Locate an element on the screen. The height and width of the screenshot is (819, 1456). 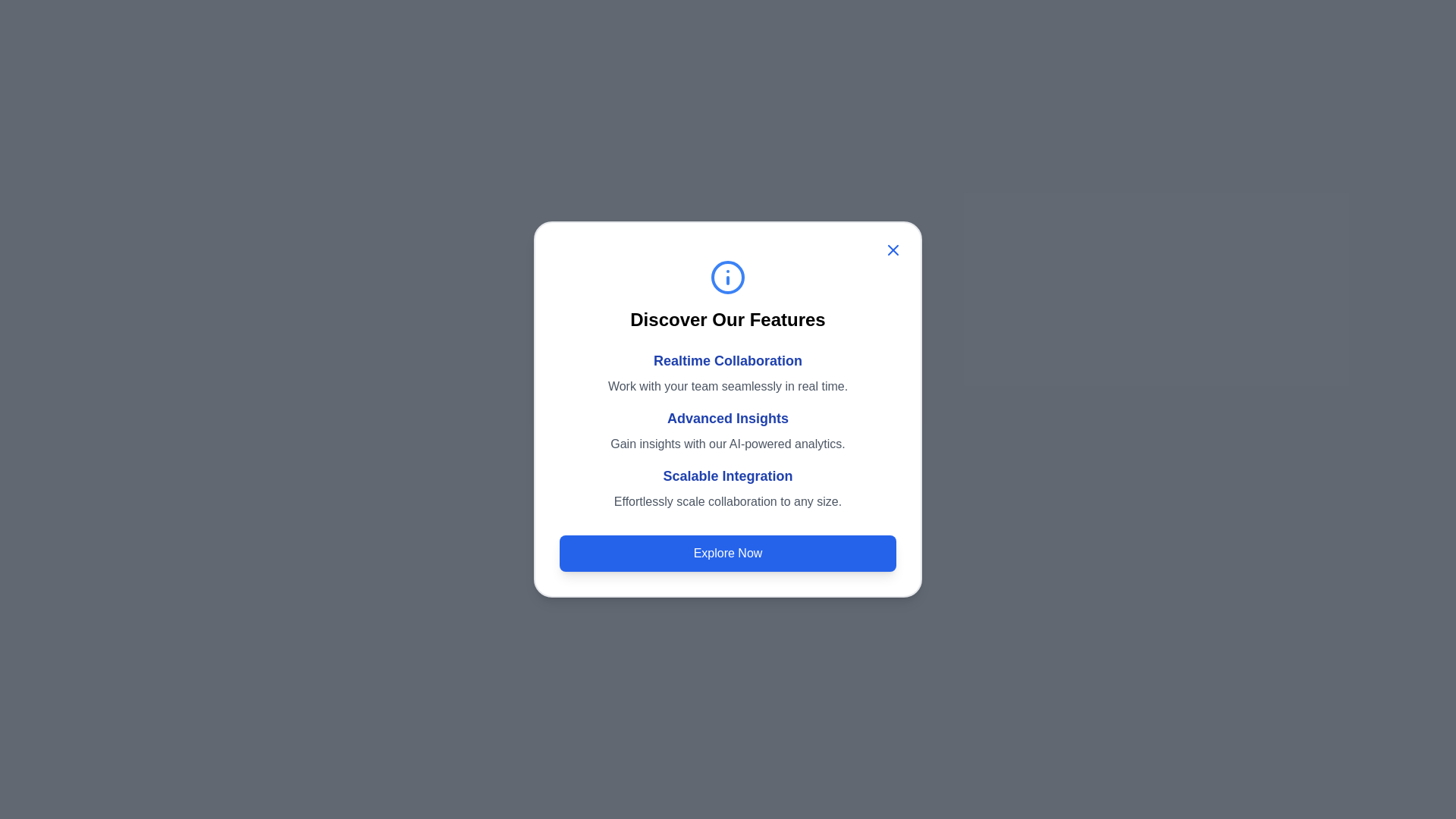
the circular information icon with a blue outline and 'i' symbol, which is centered above the heading 'Discover Our Features' in the modal dialog is located at coordinates (728, 278).